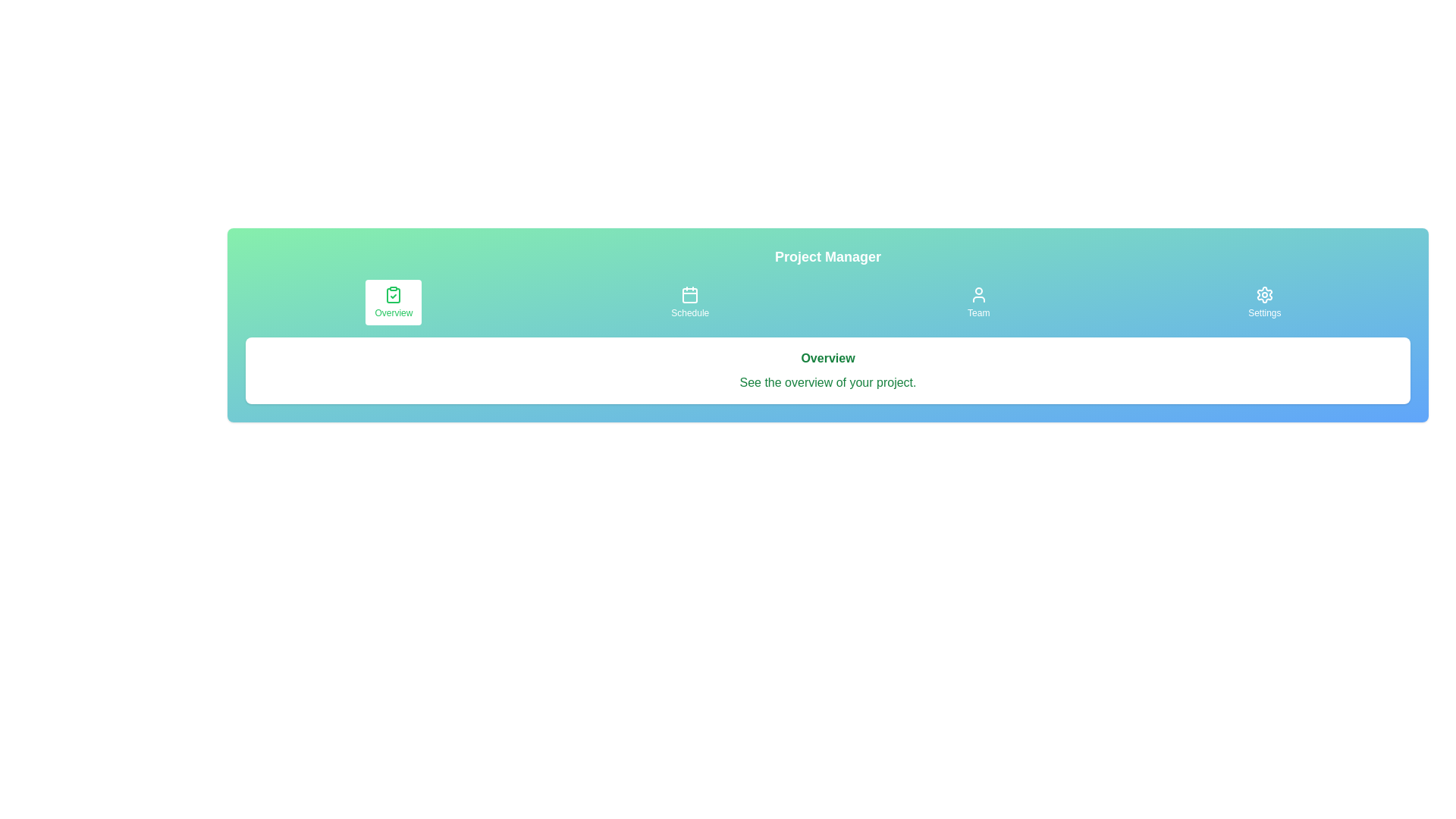  I want to click on the calendar icon with a turquoise background and the label 'Schedule', so click(689, 295).